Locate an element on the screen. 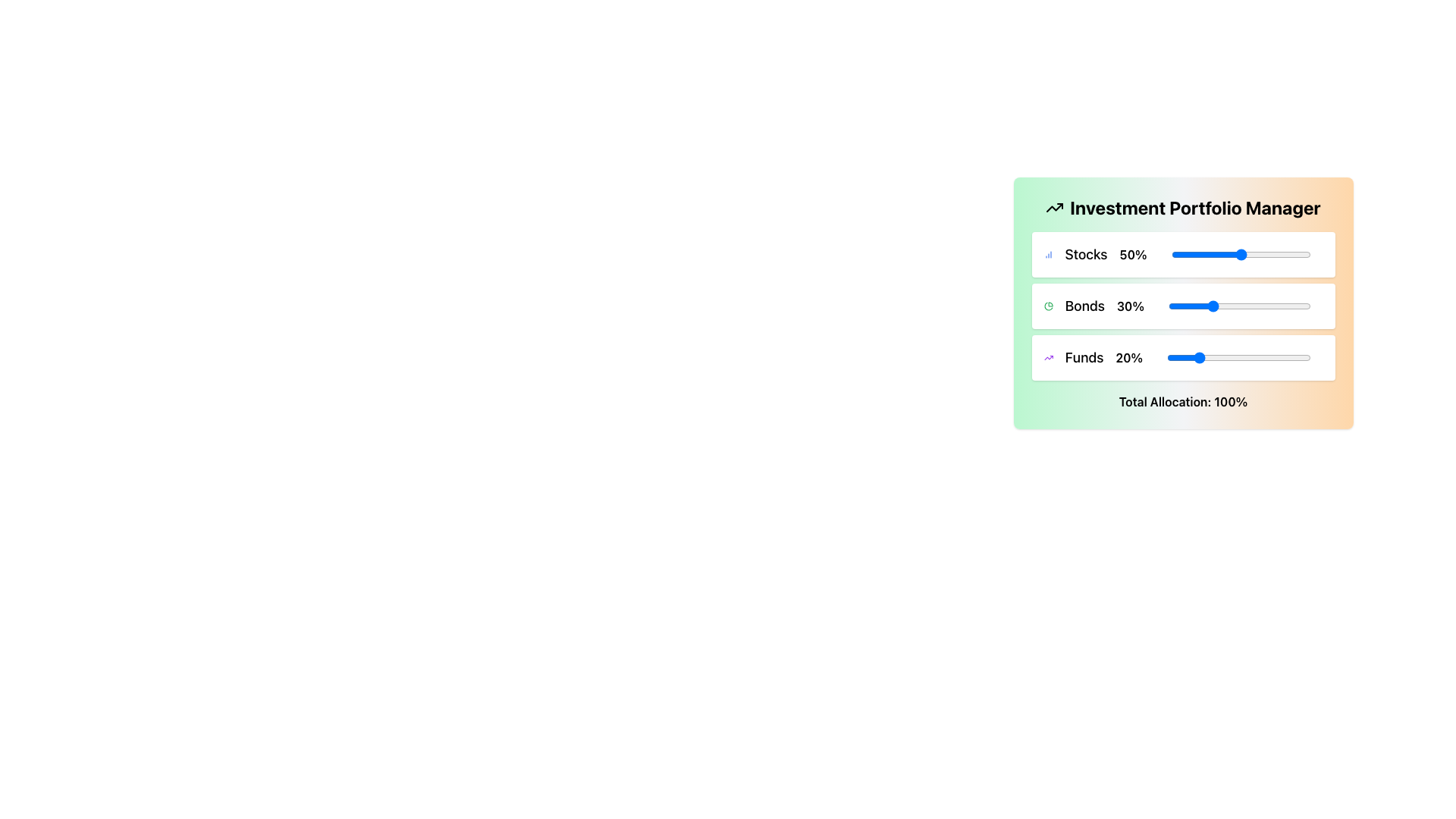 Image resolution: width=1456 pixels, height=819 pixels. the allocation percentage of the Stocks slider is located at coordinates (1208, 253).